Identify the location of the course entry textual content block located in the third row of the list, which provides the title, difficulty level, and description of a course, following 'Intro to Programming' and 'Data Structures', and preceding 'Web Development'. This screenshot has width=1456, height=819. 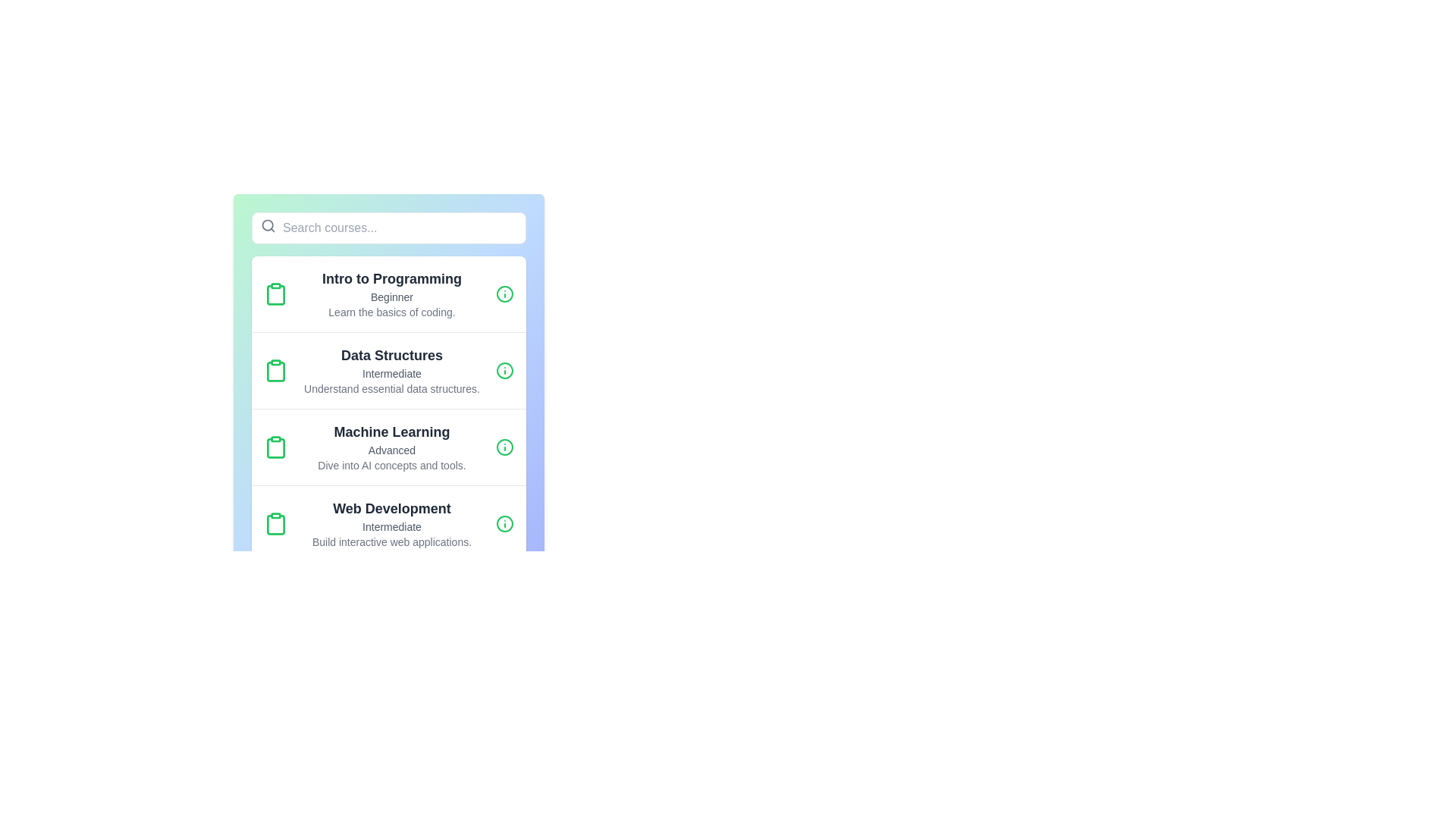
(392, 447).